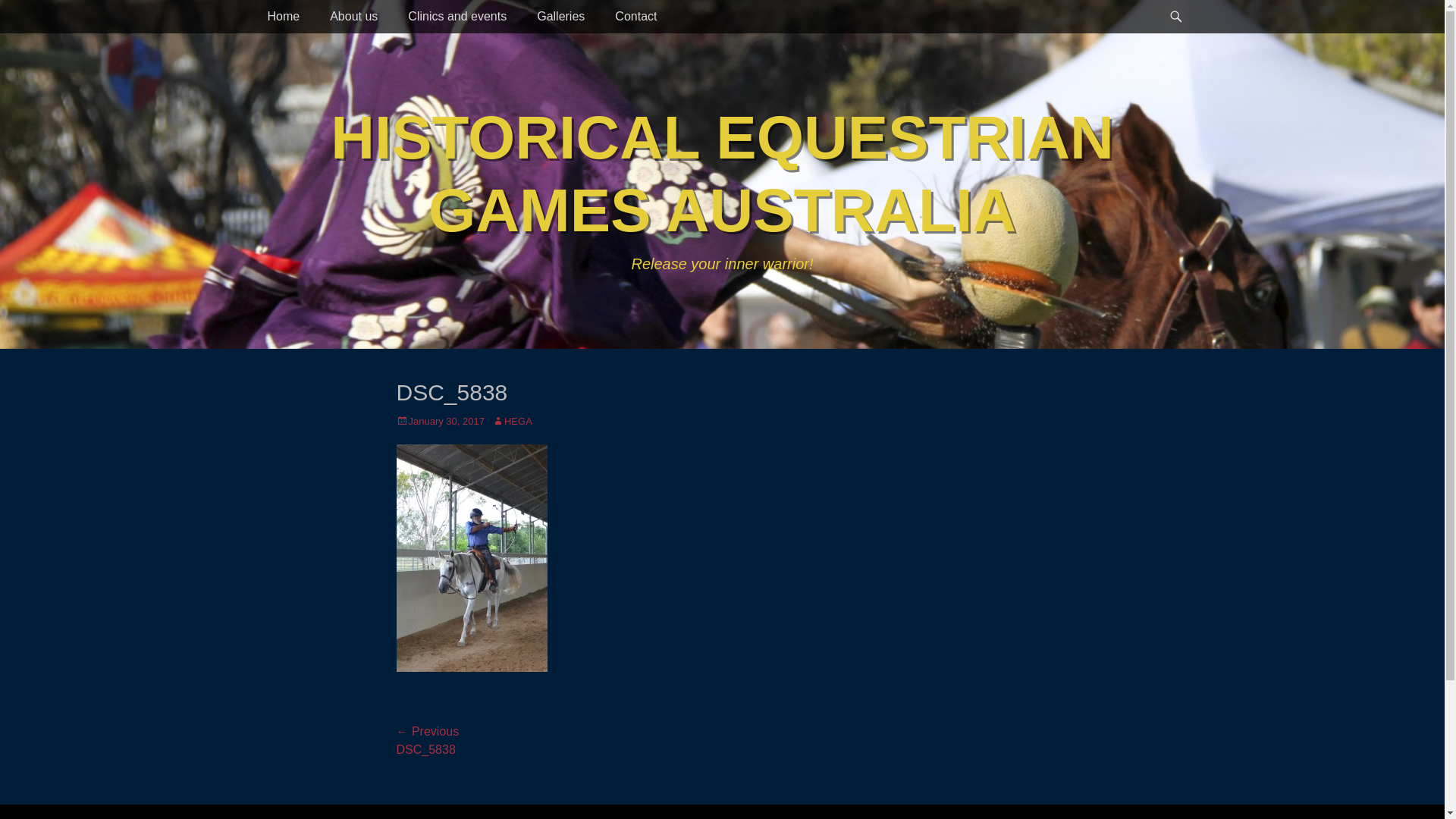 This screenshot has width=1456, height=819. I want to click on 'January 30, 2017', so click(439, 421).